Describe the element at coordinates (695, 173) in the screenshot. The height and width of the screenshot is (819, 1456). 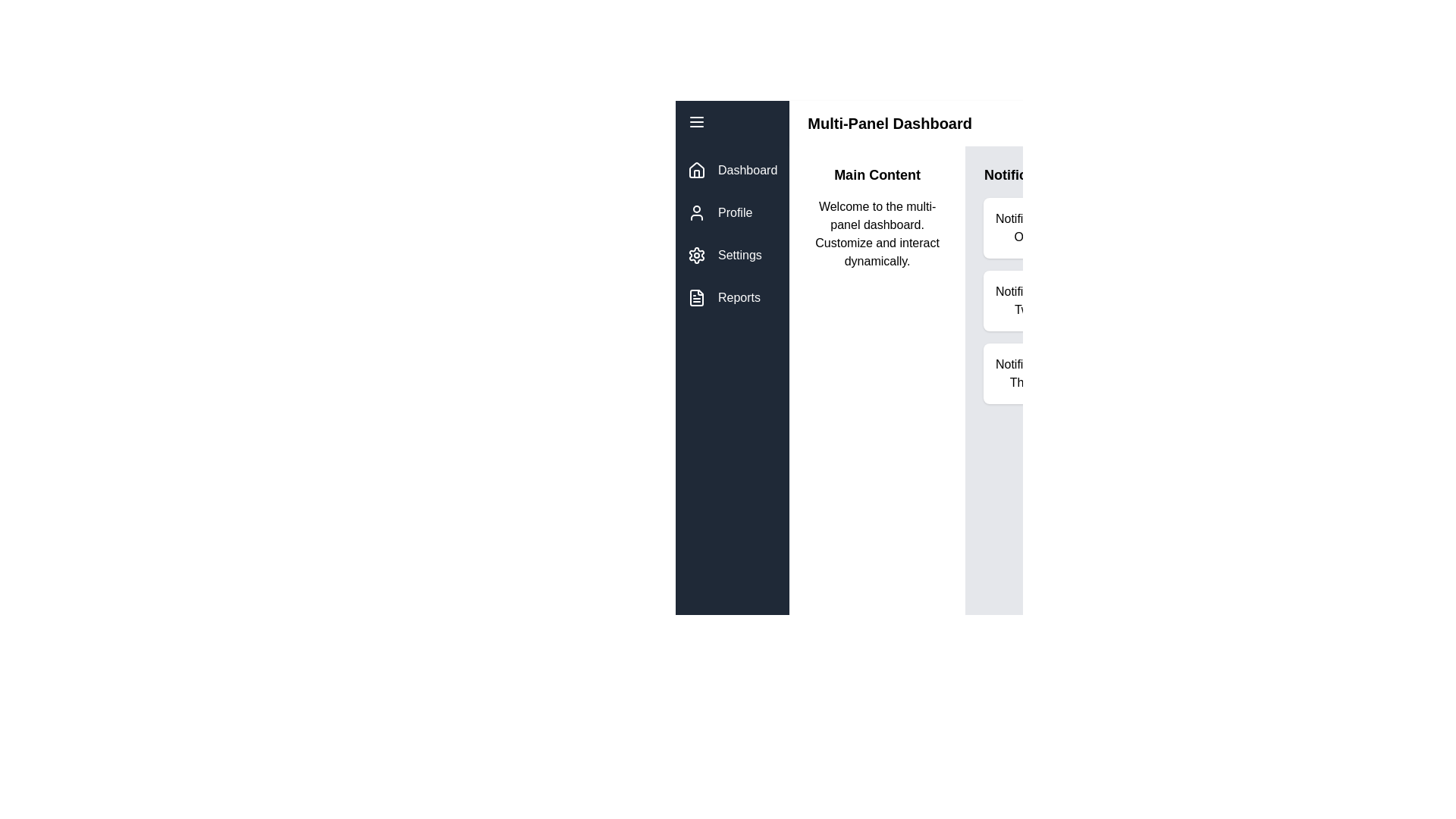
I see `the decorative graphical element of the house icon, which is centrally positioned near the lower half, likely symbolizing a doorway` at that location.